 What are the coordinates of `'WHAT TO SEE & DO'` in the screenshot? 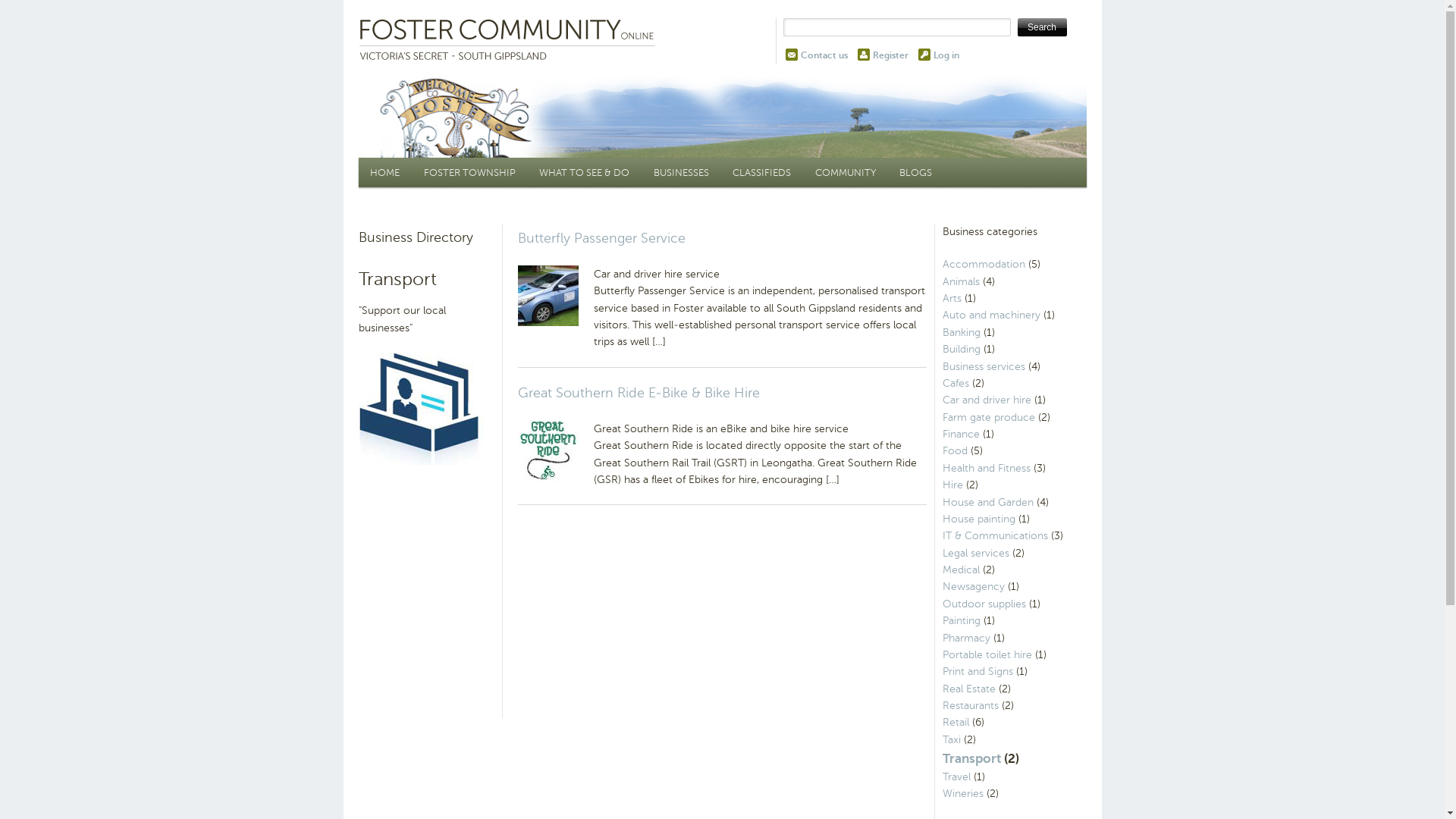 It's located at (584, 171).